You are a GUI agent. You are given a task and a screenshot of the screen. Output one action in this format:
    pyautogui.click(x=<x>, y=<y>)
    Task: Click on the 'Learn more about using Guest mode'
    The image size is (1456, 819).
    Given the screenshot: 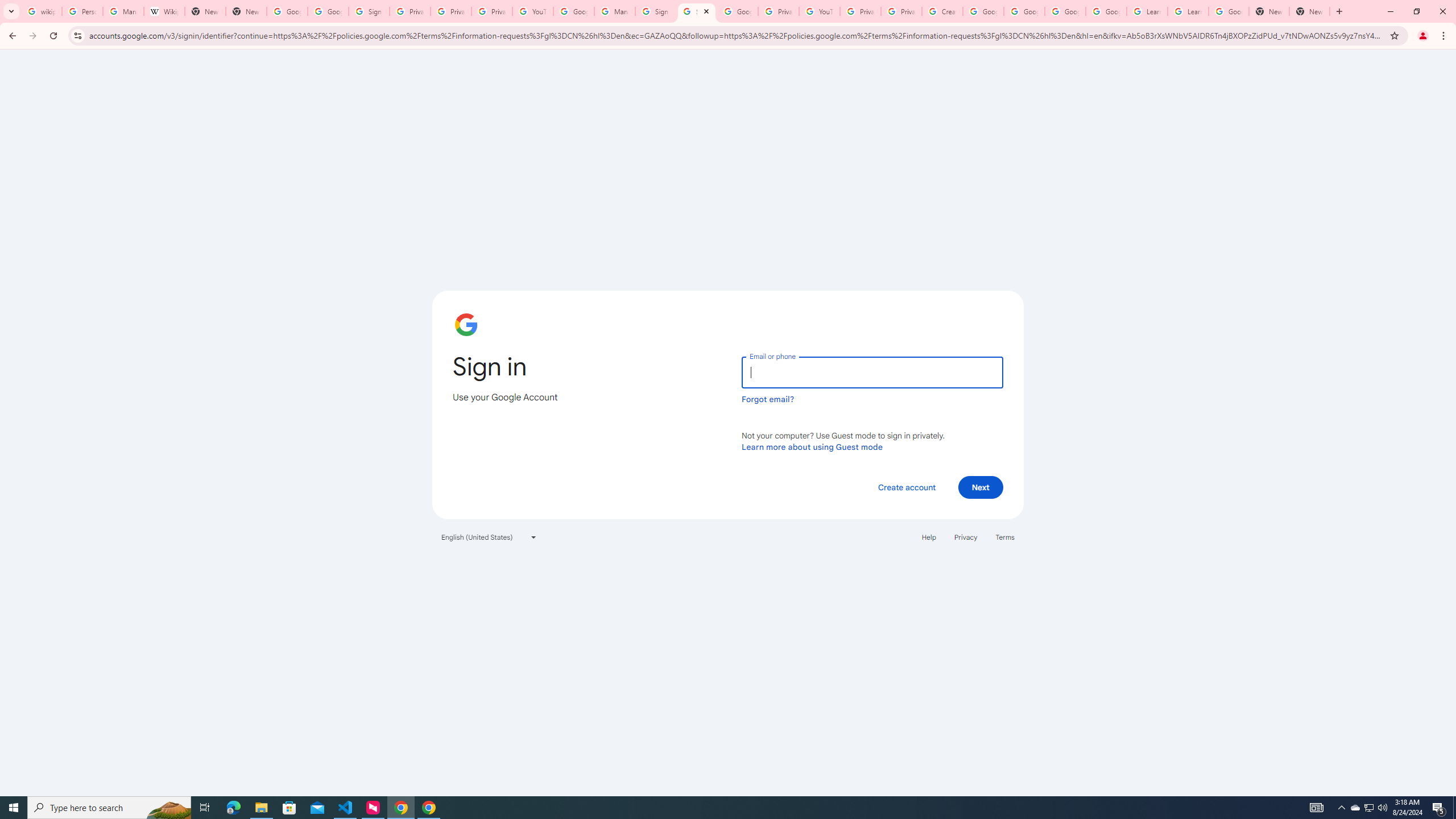 What is the action you would take?
    pyautogui.click(x=812, y=446)
    